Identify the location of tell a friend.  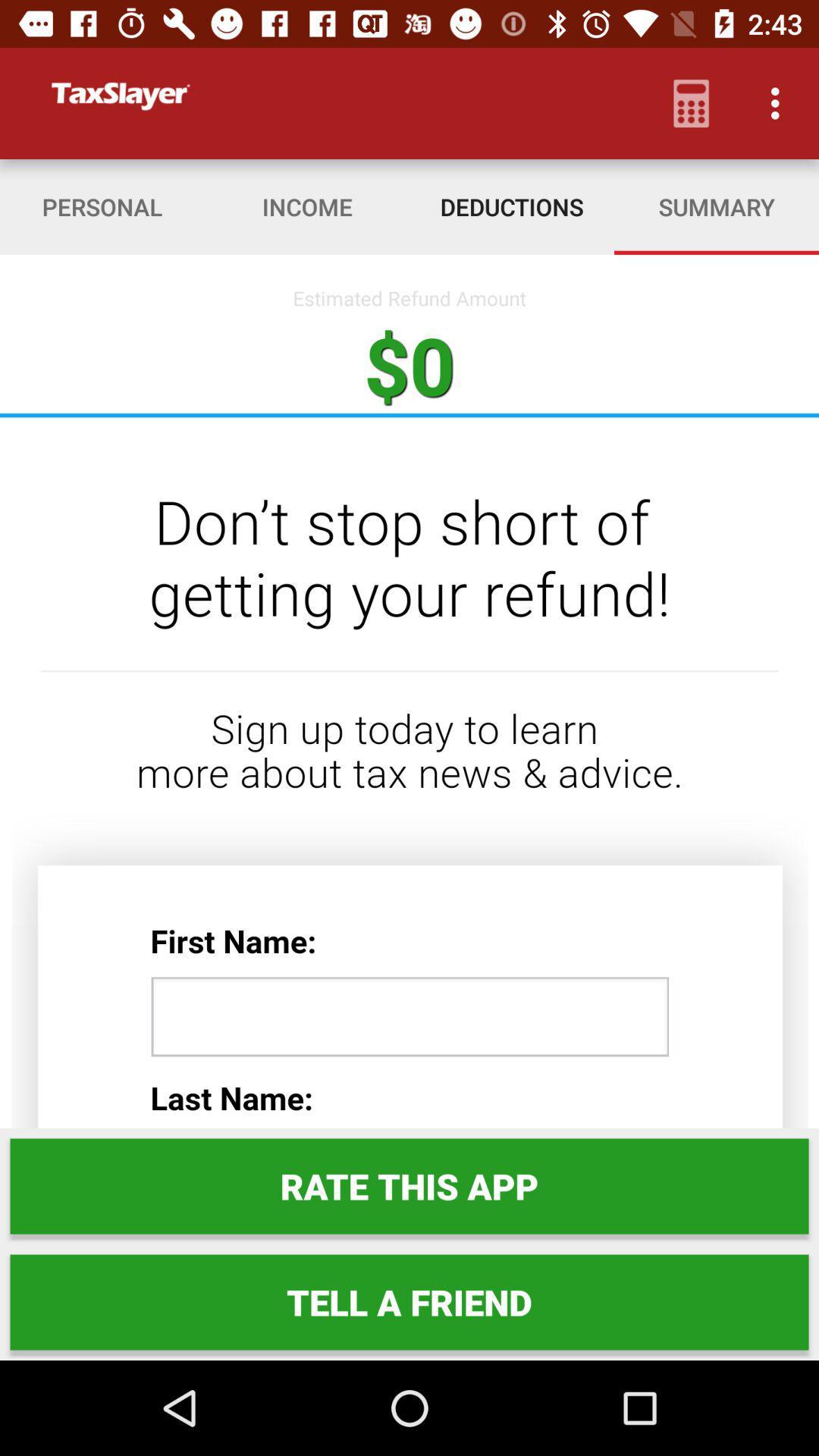
(409, 1301).